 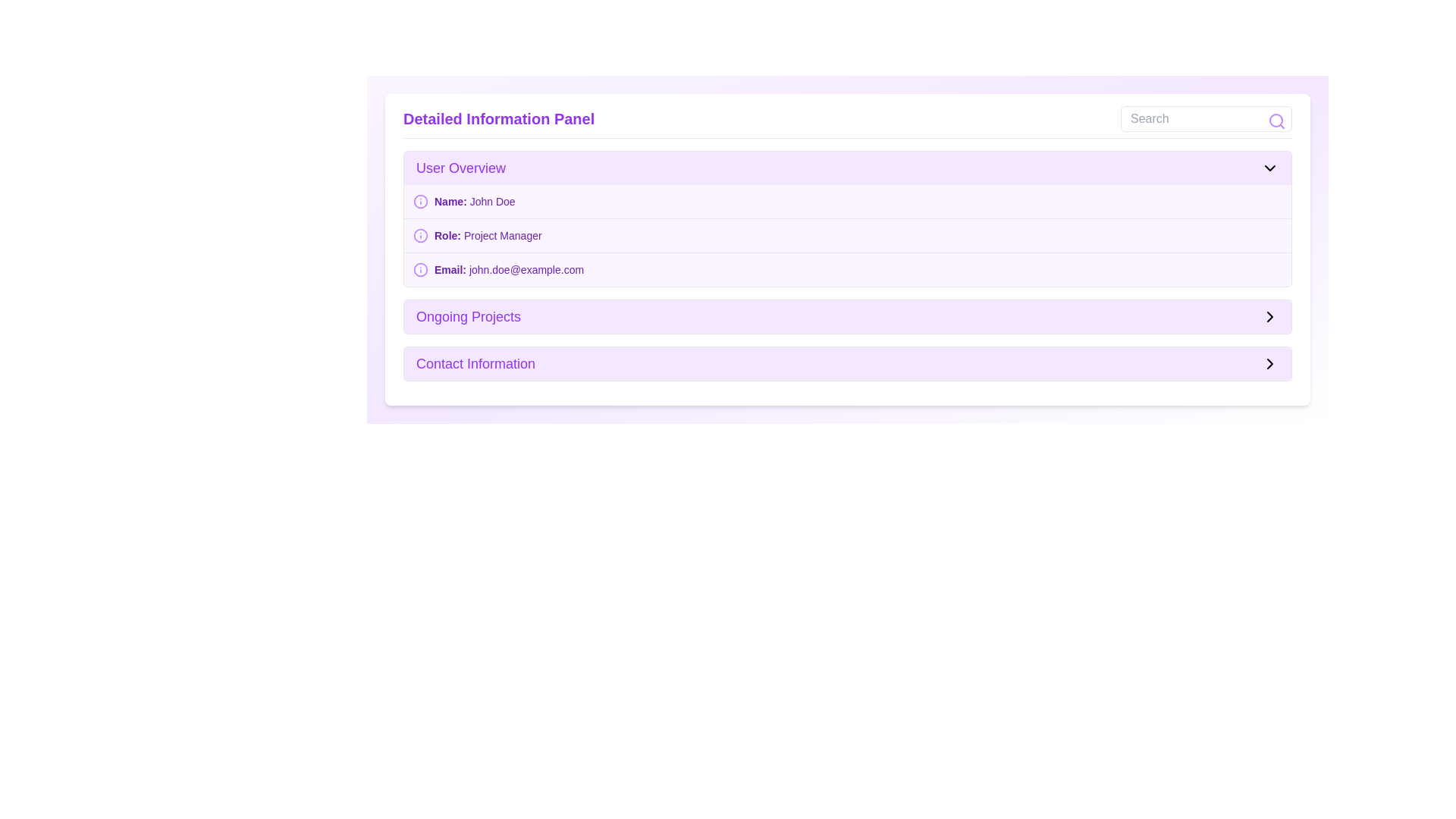 What do you see at coordinates (450, 268) in the screenshot?
I see `the Text Label indicating the email address in the 'User Overview' section, located next to 'john.doe@example.com'` at bounding box center [450, 268].